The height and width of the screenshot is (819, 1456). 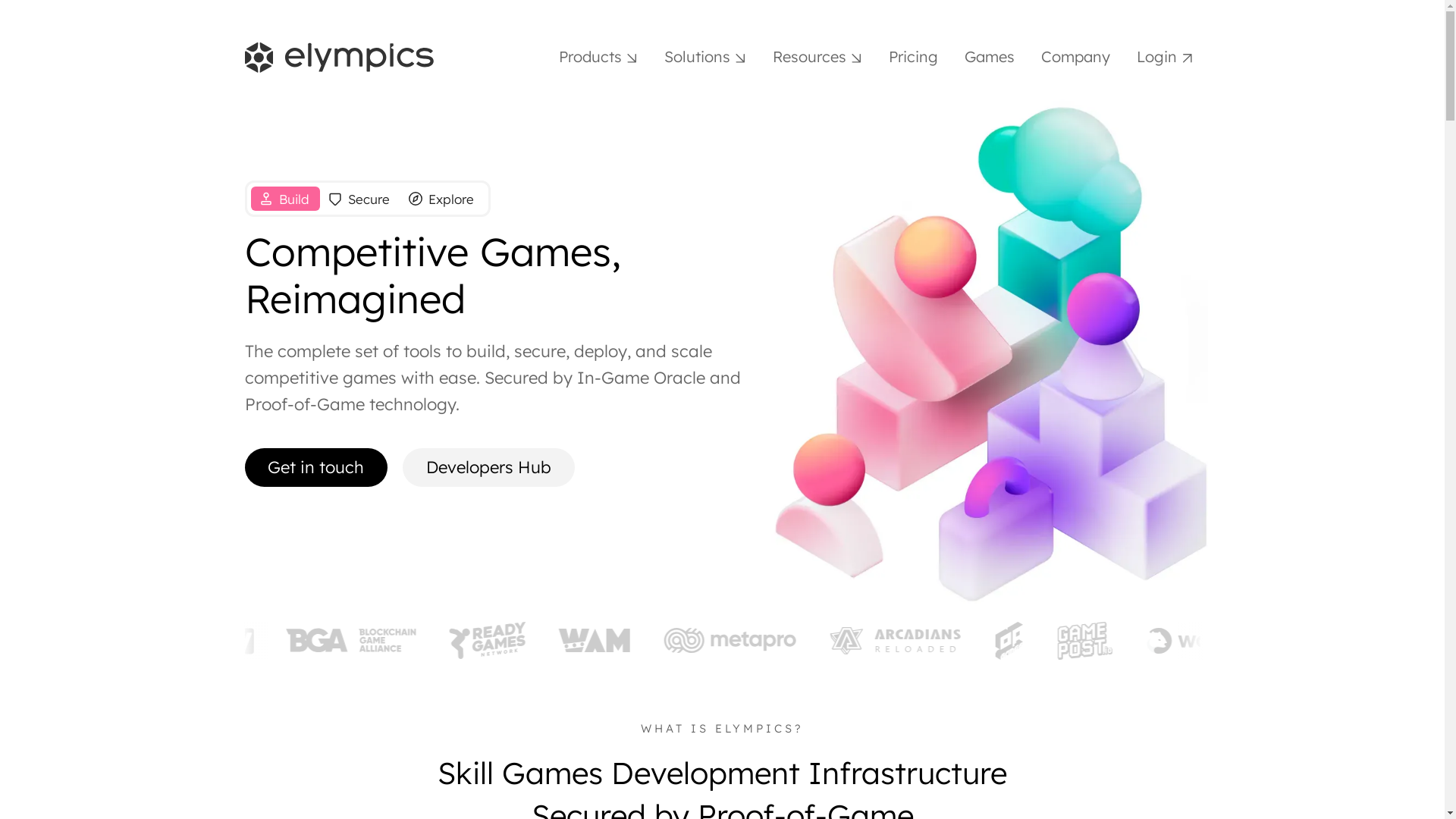 I want to click on 'Explore', so click(x=441, y=198).